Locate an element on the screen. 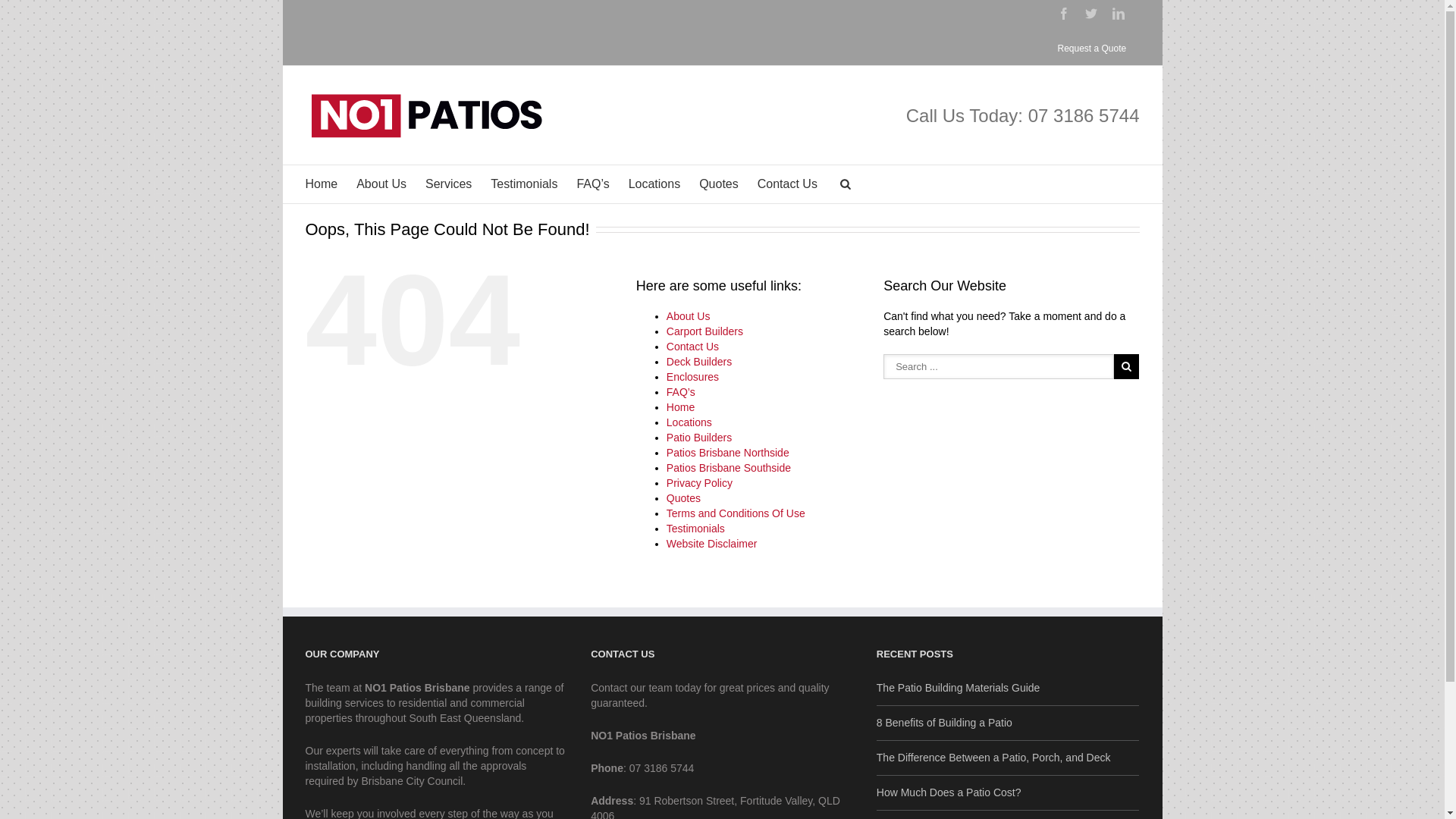 This screenshot has width=1456, height=819. 'Privacy Policy' is located at coordinates (666, 482).